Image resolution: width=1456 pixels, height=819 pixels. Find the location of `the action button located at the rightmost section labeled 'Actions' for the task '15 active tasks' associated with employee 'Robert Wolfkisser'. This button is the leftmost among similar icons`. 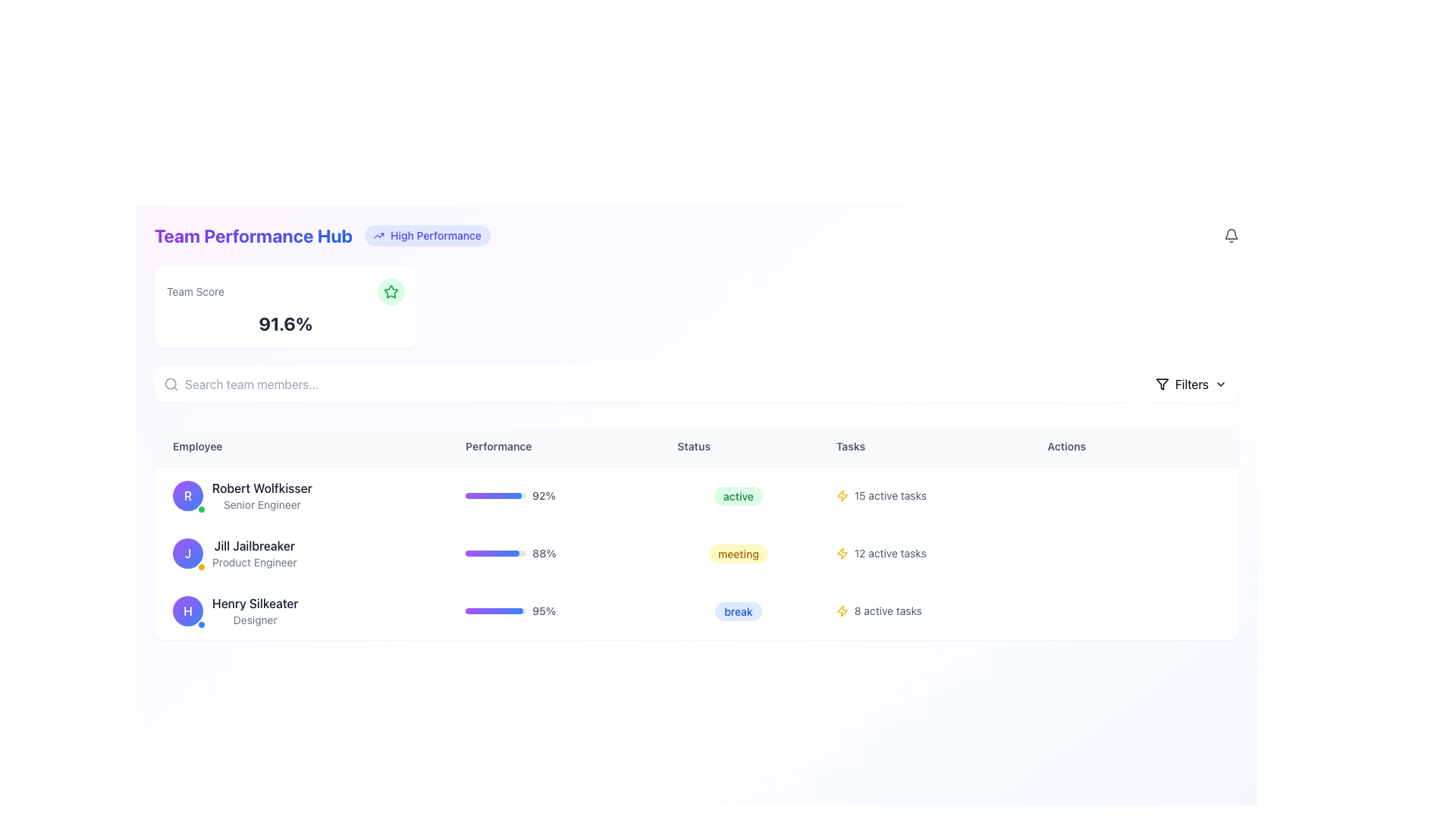

the action button located at the rightmost section labeled 'Actions' for the task '15 active tasks' associated with employee 'Robert Wolfkisser'. This button is the leftmost among similar icons is located at coordinates (1059, 496).